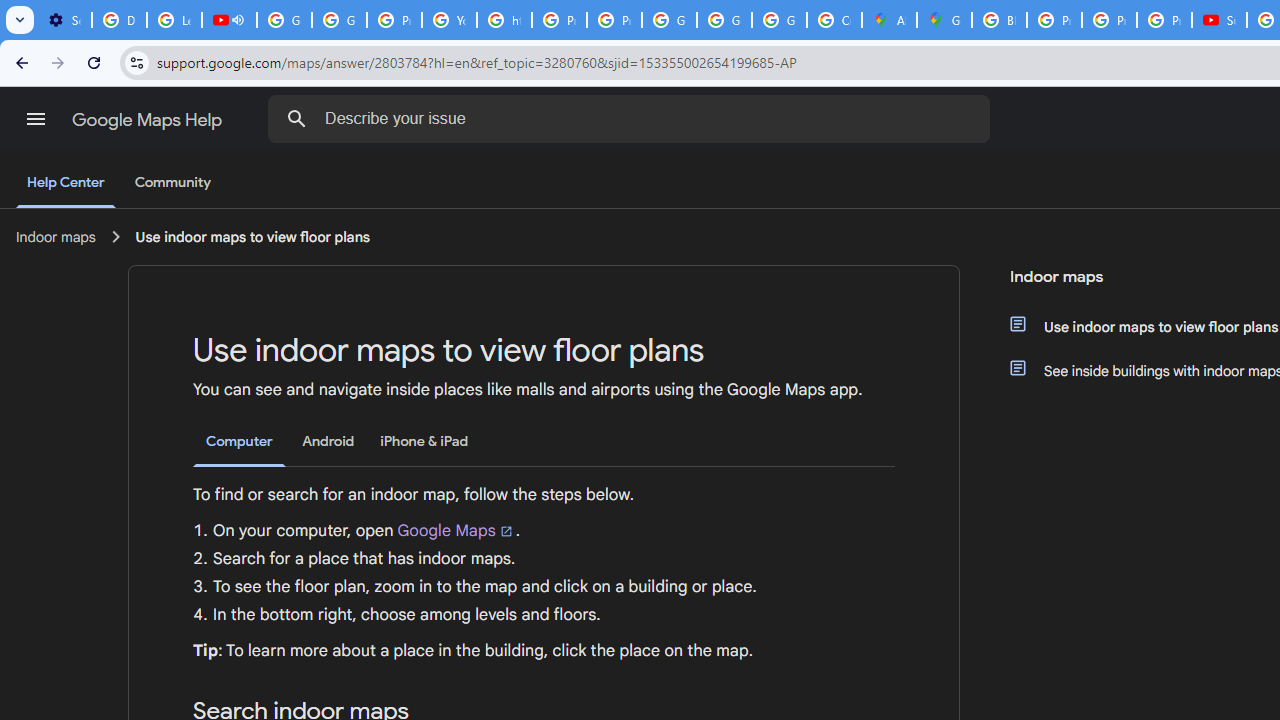 The width and height of the screenshot is (1280, 720). What do you see at coordinates (448, 20) in the screenshot?
I see `'YouTube'` at bounding box center [448, 20].